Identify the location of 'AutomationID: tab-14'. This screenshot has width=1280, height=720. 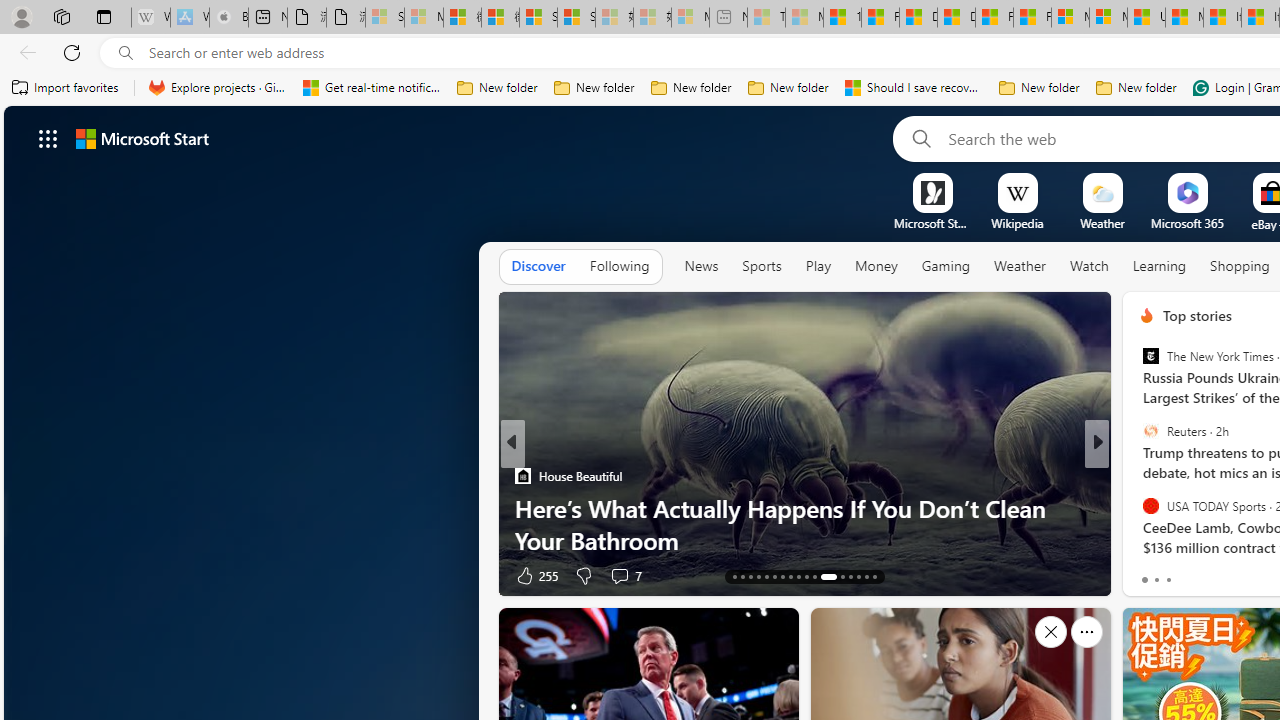
(742, 577).